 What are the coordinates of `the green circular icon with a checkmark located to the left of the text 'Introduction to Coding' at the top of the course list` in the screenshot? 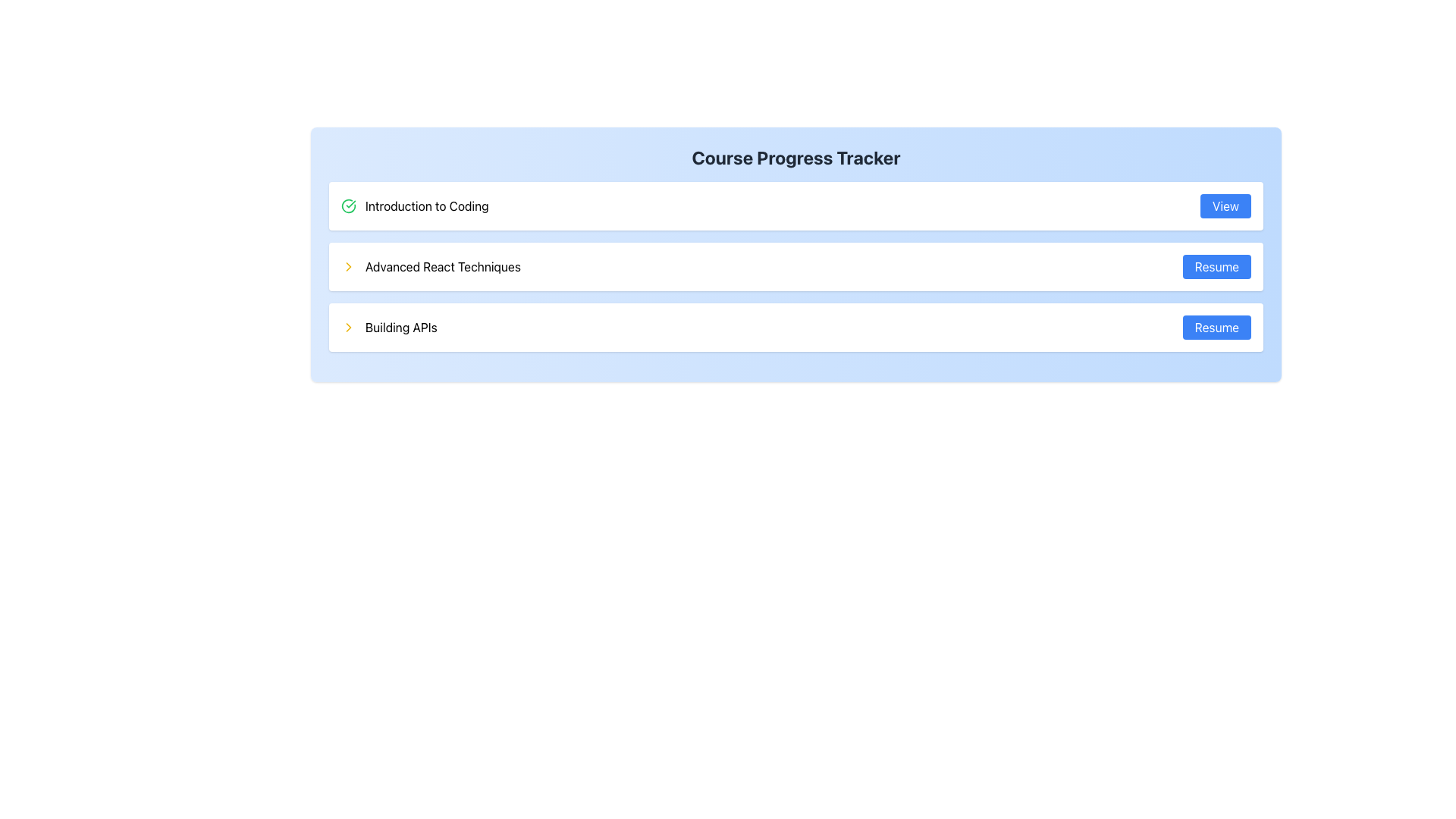 It's located at (348, 206).